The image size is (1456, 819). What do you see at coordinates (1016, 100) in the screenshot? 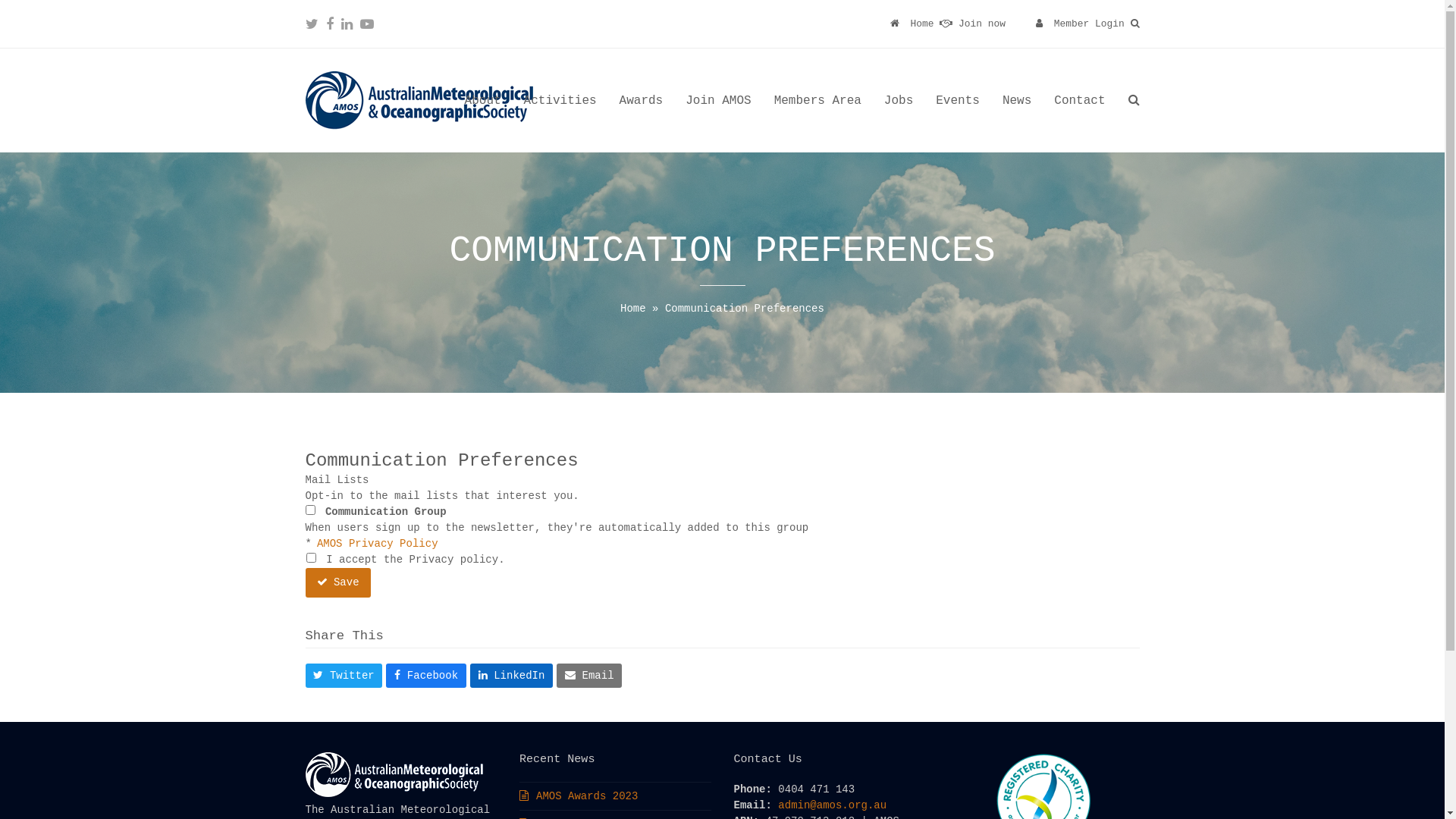
I see `'News'` at bounding box center [1016, 100].